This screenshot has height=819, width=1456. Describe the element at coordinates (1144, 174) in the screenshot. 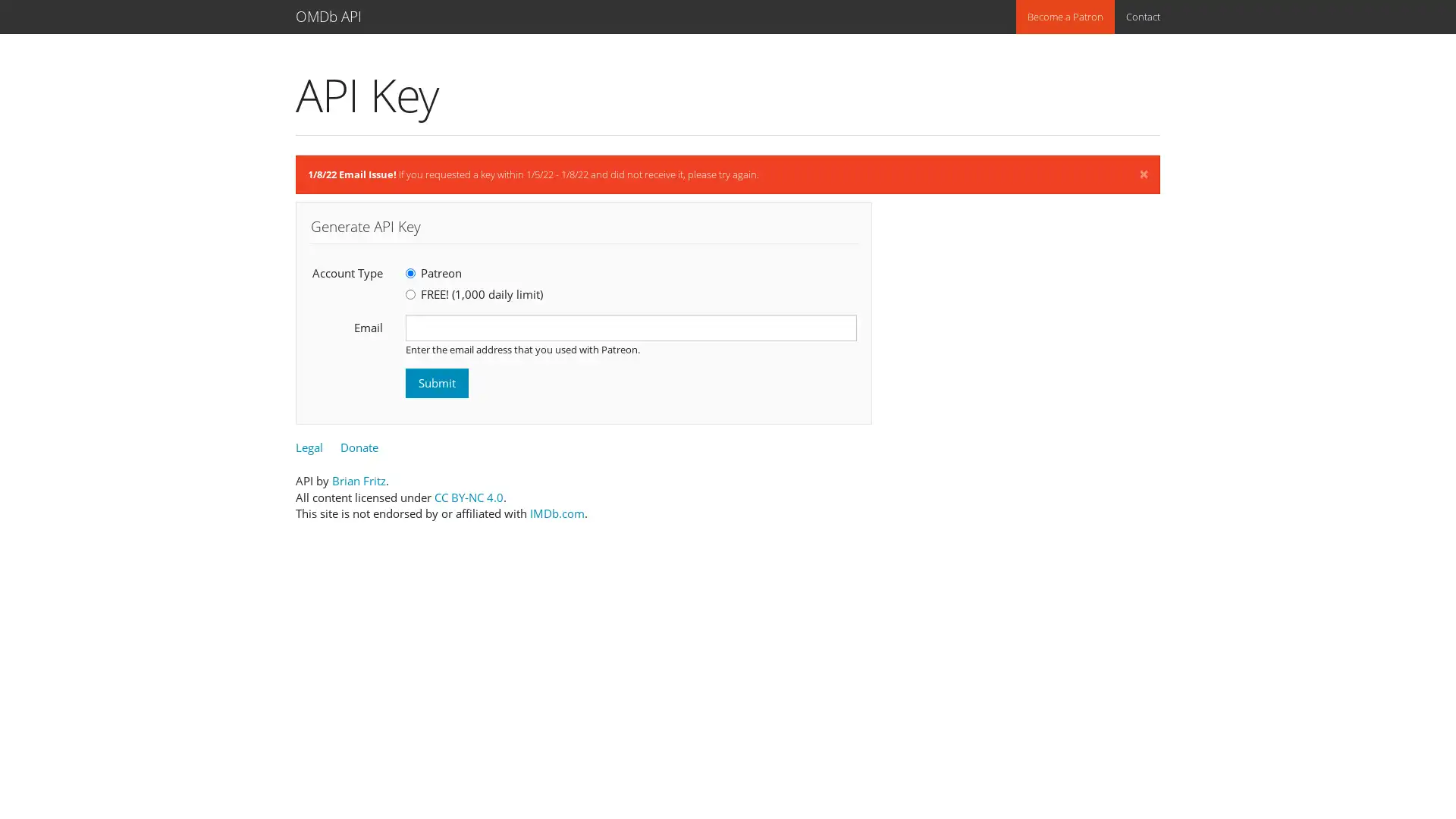

I see `Close` at that location.